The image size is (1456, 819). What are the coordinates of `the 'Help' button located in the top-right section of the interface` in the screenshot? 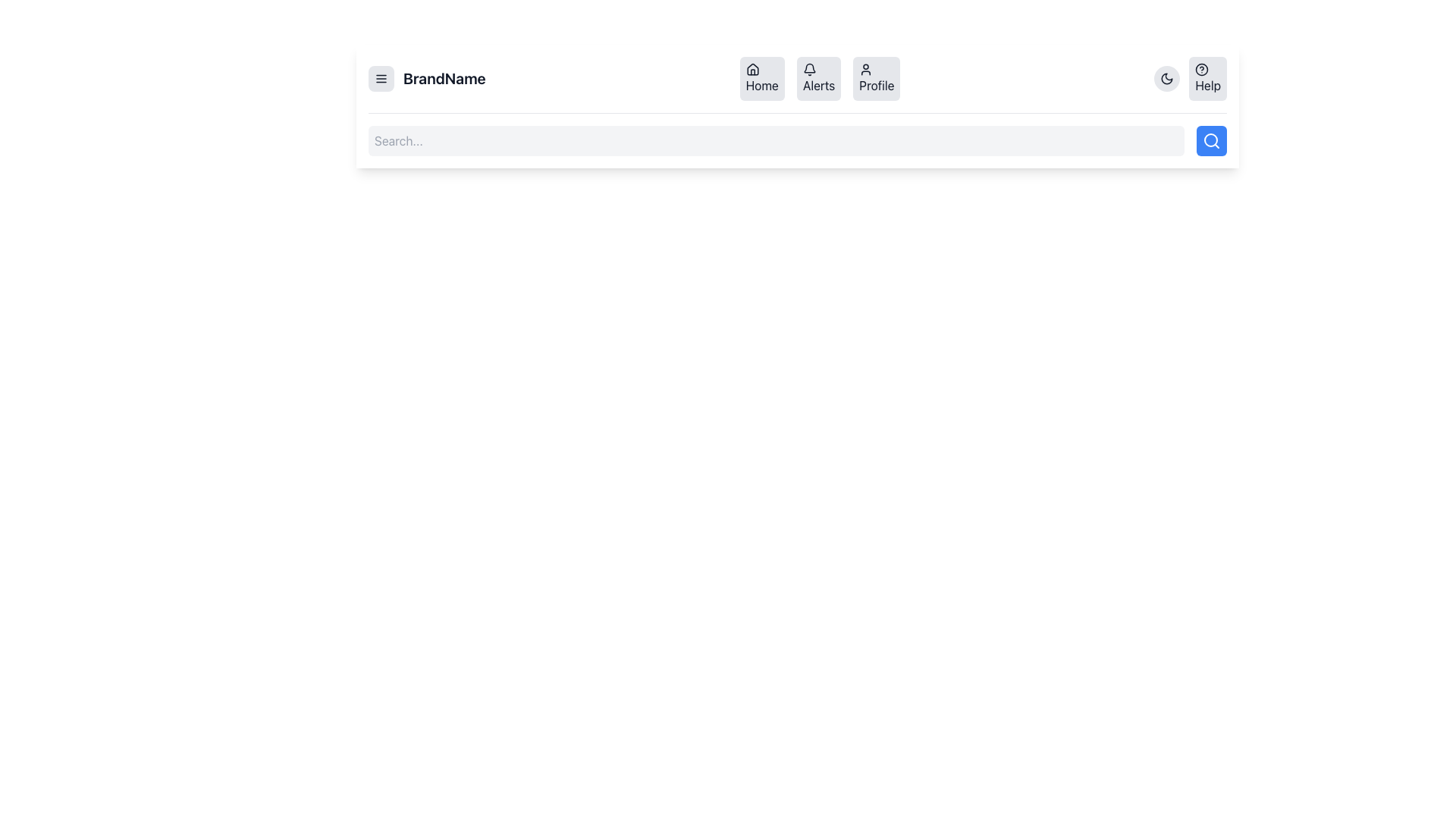 It's located at (1189, 79).